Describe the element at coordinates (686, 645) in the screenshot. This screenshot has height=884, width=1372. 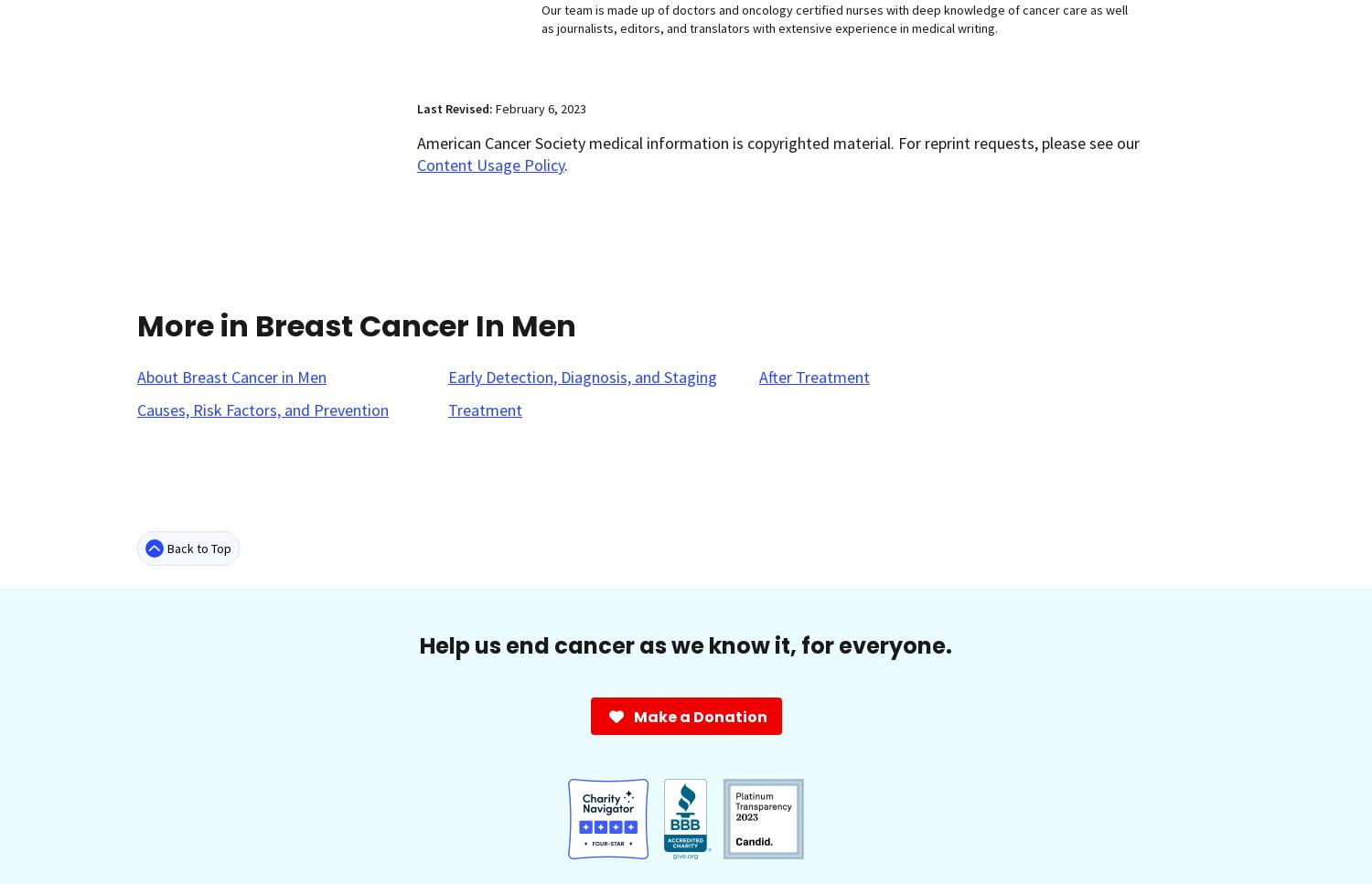
I see `'Help us end cancer as we know it, for everyone.'` at that location.